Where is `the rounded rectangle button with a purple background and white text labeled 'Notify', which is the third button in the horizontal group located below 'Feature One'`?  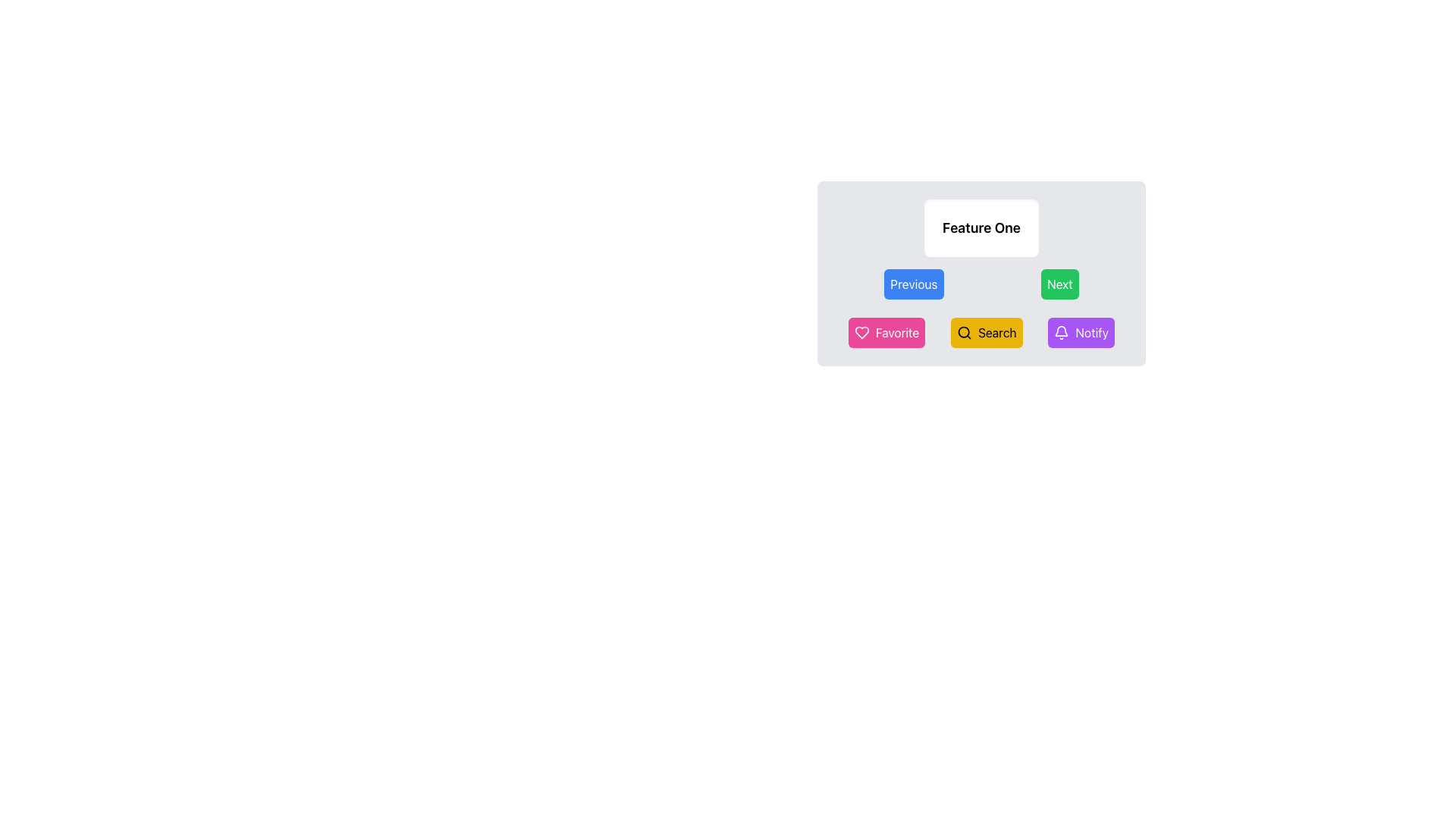 the rounded rectangle button with a purple background and white text labeled 'Notify', which is the third button in the horizontal group located below 'Feature One' is located at coordinates (1080, 332).